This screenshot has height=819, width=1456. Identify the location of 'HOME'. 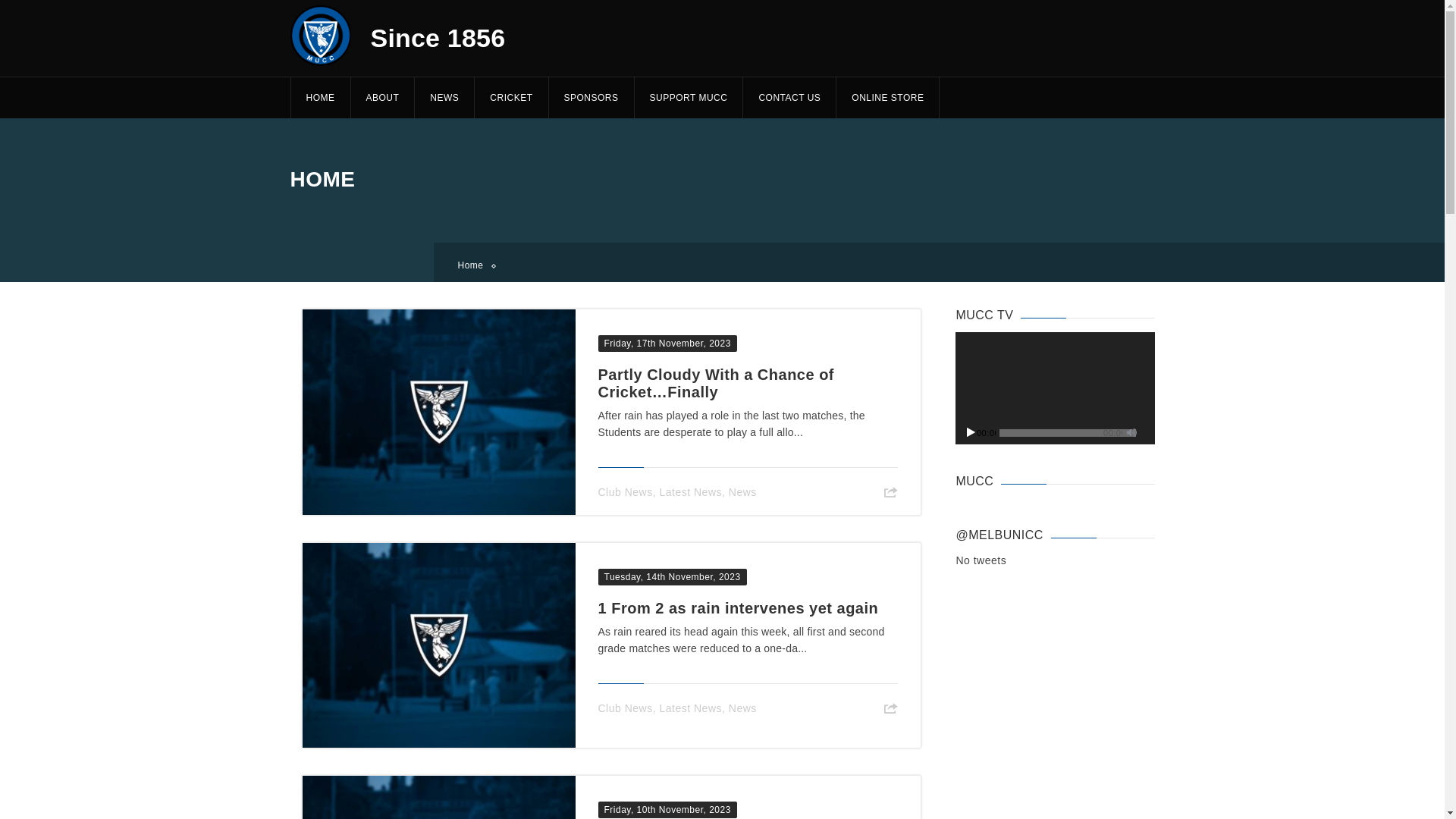
(290, 97).